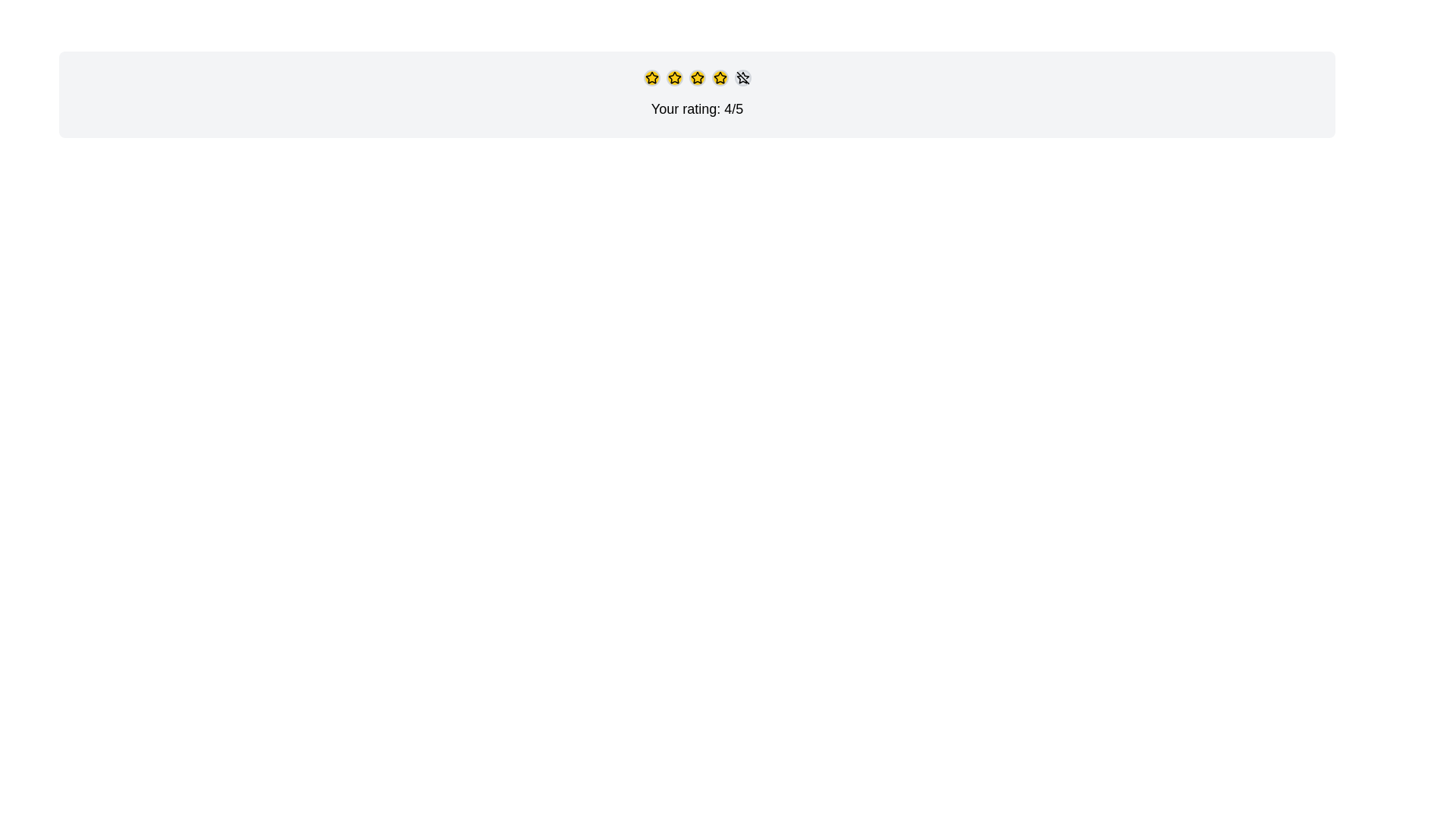 The image size is (1456, 819). What do you see at coordinates (742, 79) in the screenshot?
I see `the fifth star icon` at bounding box center [742, 79].